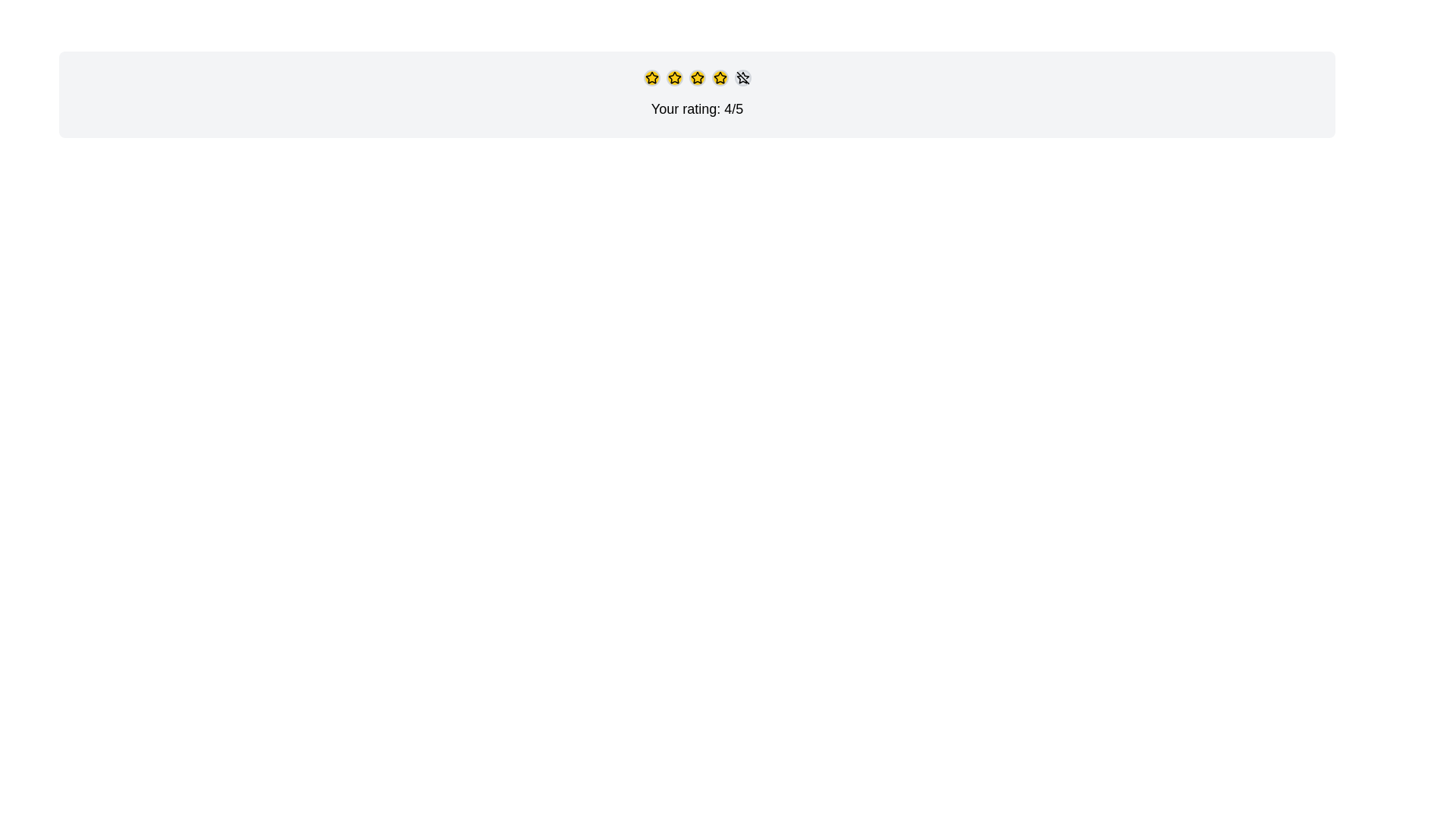 The image size is (1456, 819). What do you see at coordinates (742, 79) in the screenshot?
I see `the fifth star icon` at bounding box center [742, 79].